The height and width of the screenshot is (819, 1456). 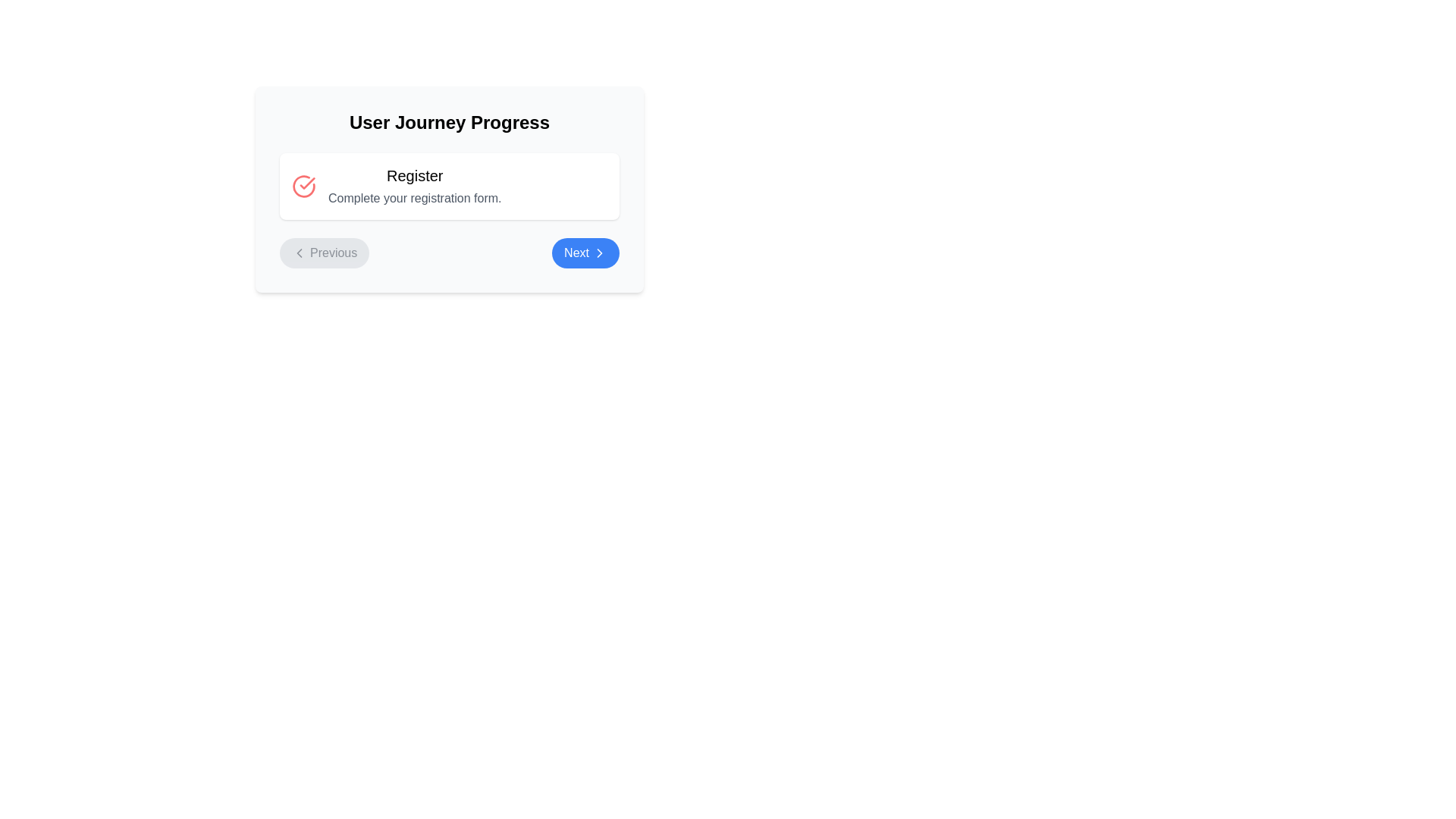 What do you see at coordinates (299, 253) in the screenshot?
I see `the left-pointing chevron icon within the 'Previous' button located at the bottom-left of the form card` at bounding box center [299, 253].